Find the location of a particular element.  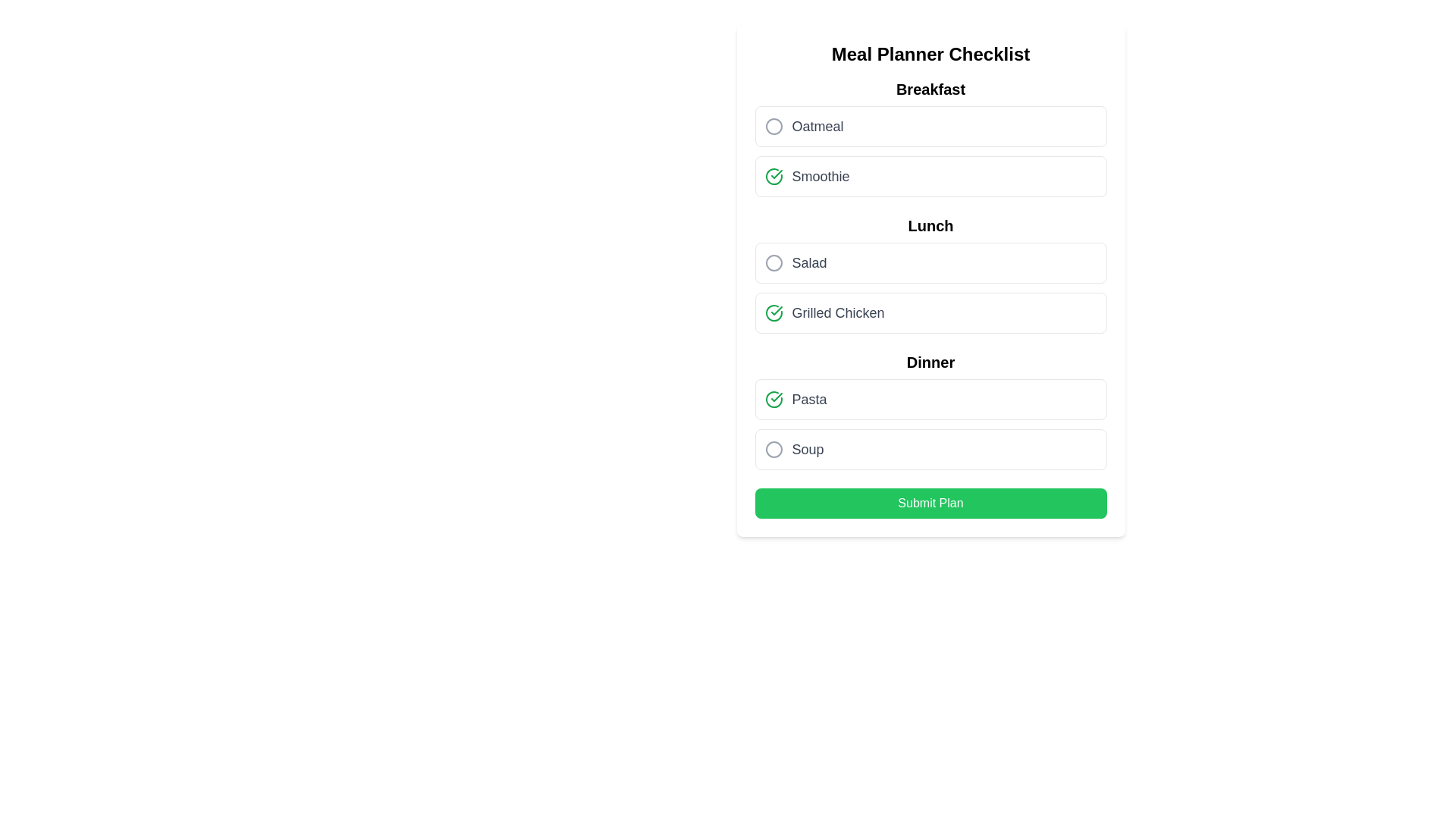

the 'Salad' radio button option in the lunch section is located at coordinates (930, 262).